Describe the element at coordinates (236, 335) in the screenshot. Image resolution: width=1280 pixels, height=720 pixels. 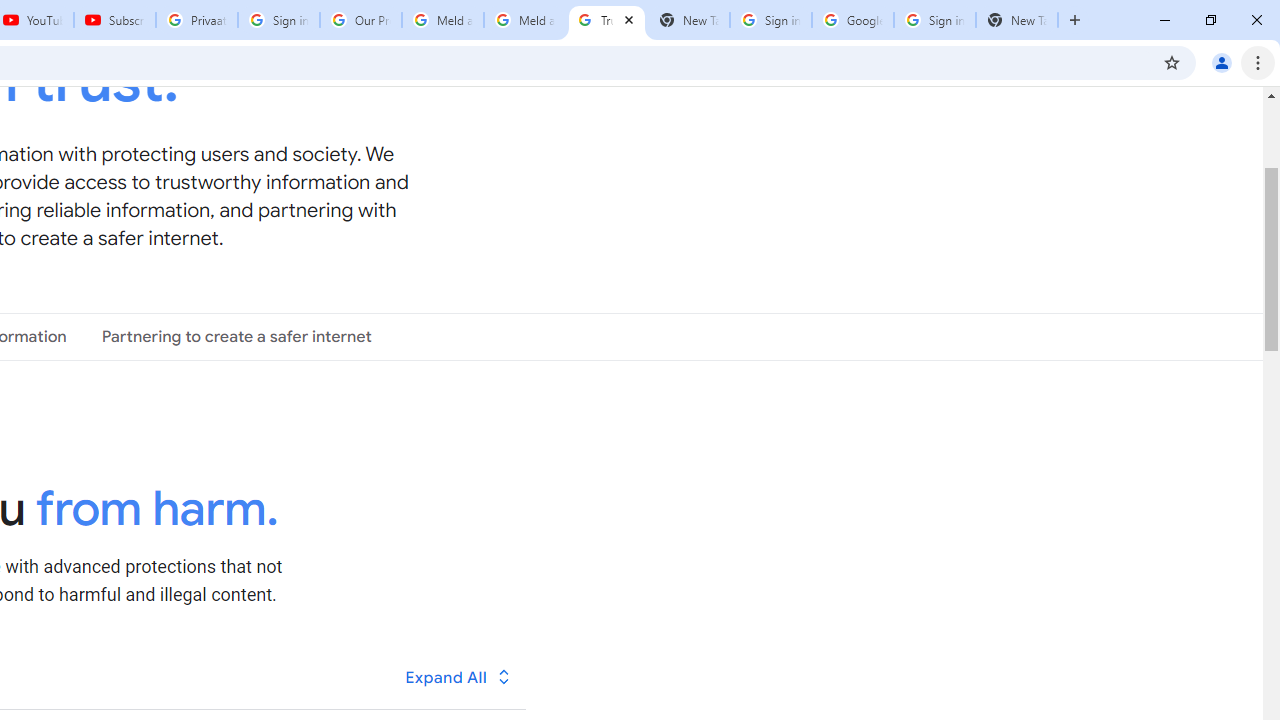
I see `'Partnering to create a safer internet'` at that location.